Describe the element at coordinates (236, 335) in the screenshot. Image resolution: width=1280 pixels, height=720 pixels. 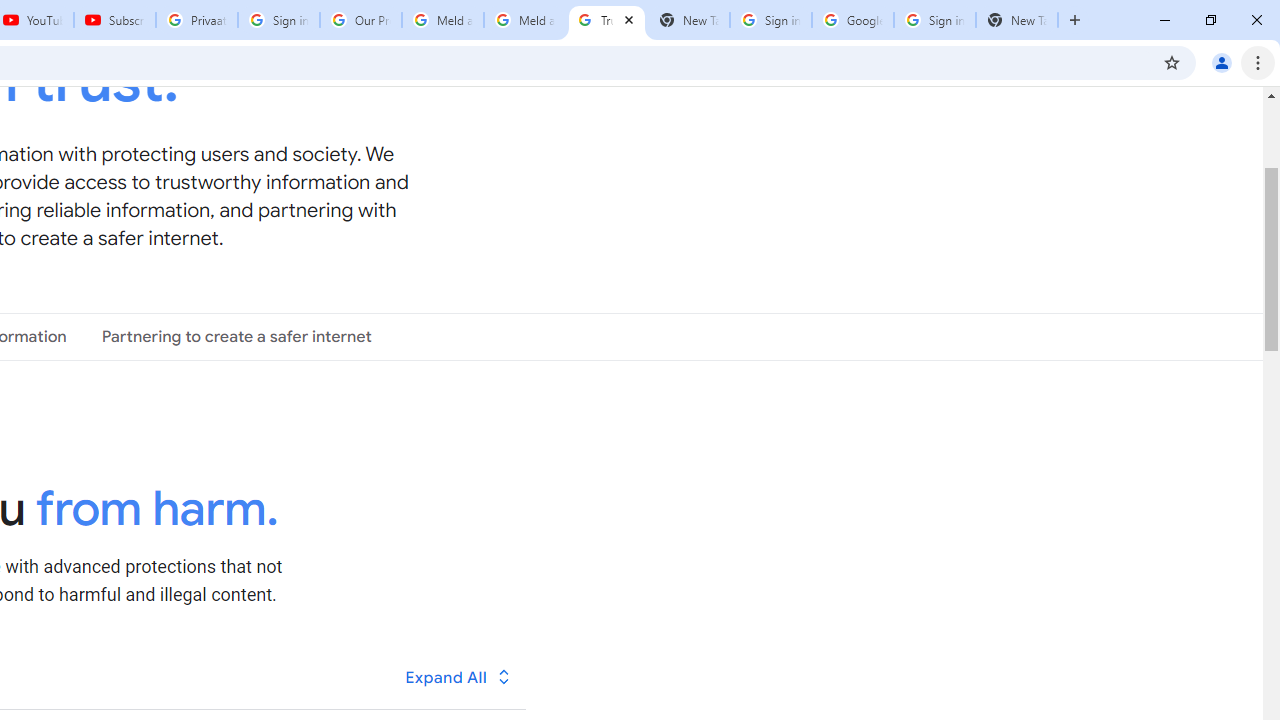
I see `'Partnering to create a safer internet'` at that location.